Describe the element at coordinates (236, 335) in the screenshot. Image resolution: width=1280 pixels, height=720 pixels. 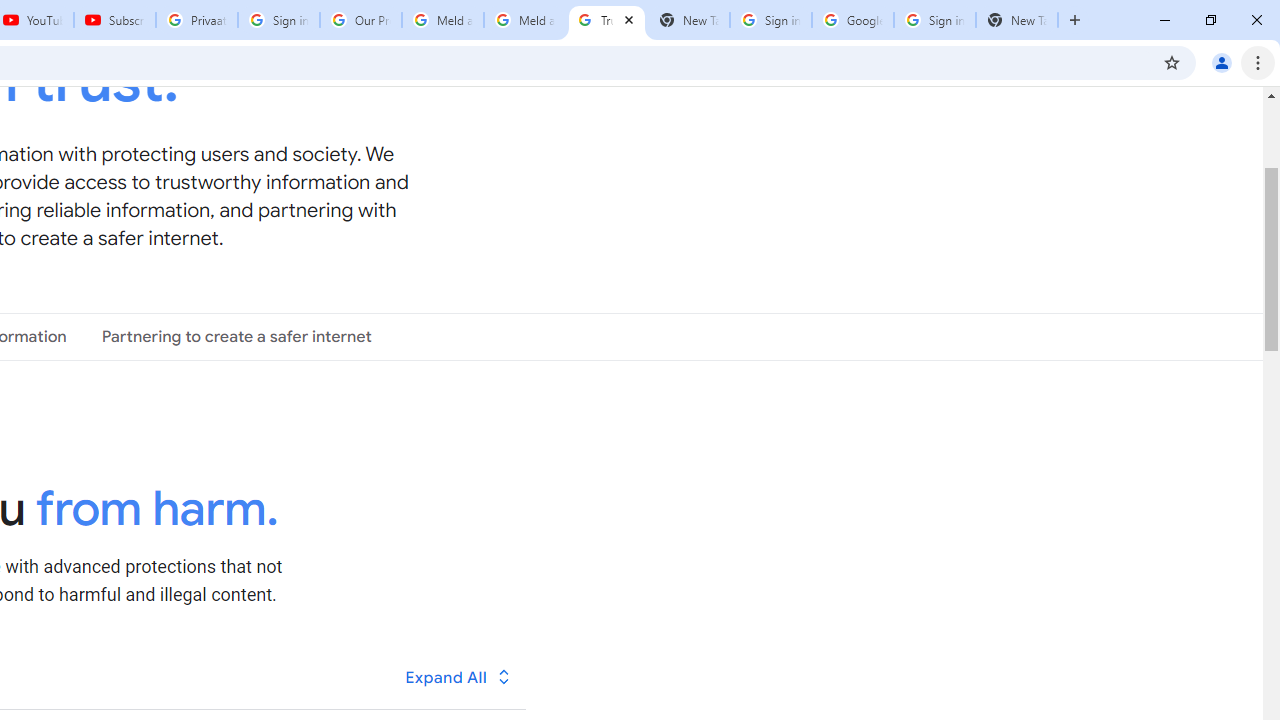
I see `'Partnering to create a safer internet'` at that location.